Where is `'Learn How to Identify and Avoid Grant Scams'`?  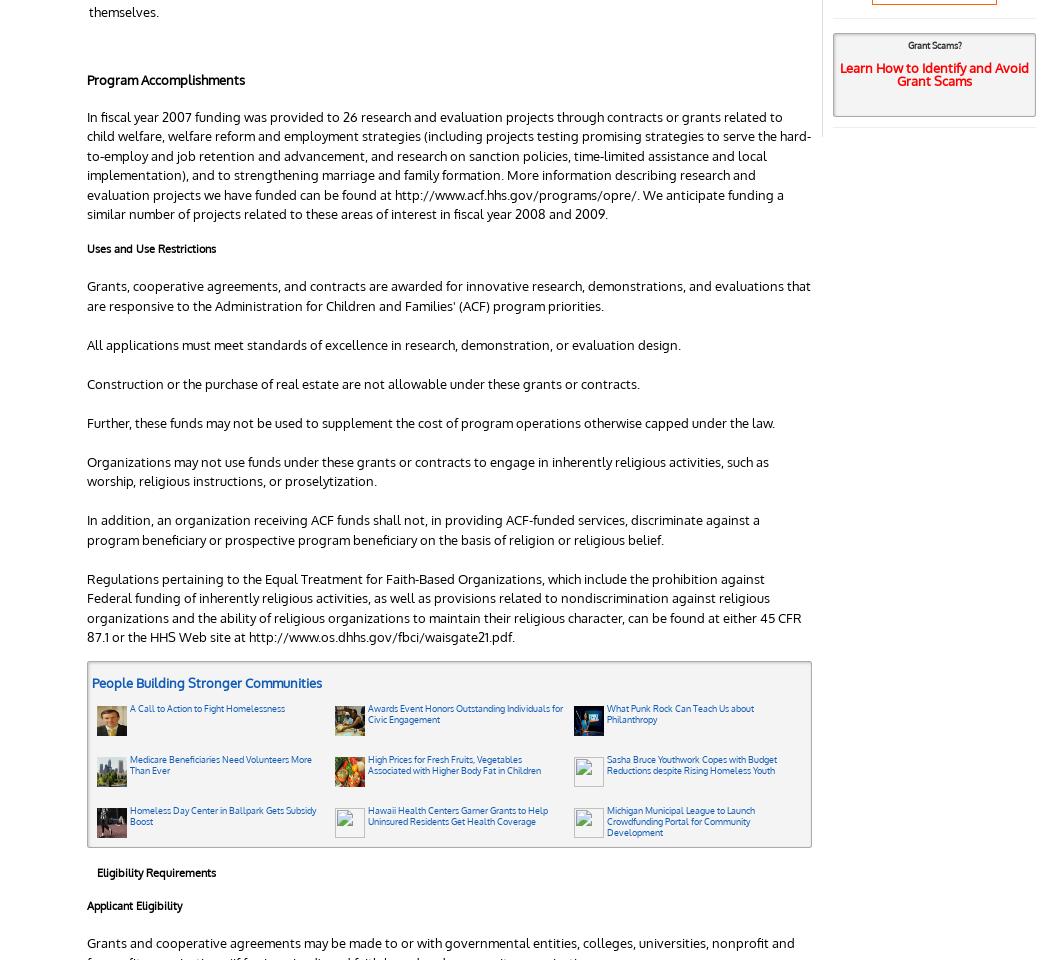
'Learn How to Identify and Avoid Grant Scams' is located at coordinates (934, 73).